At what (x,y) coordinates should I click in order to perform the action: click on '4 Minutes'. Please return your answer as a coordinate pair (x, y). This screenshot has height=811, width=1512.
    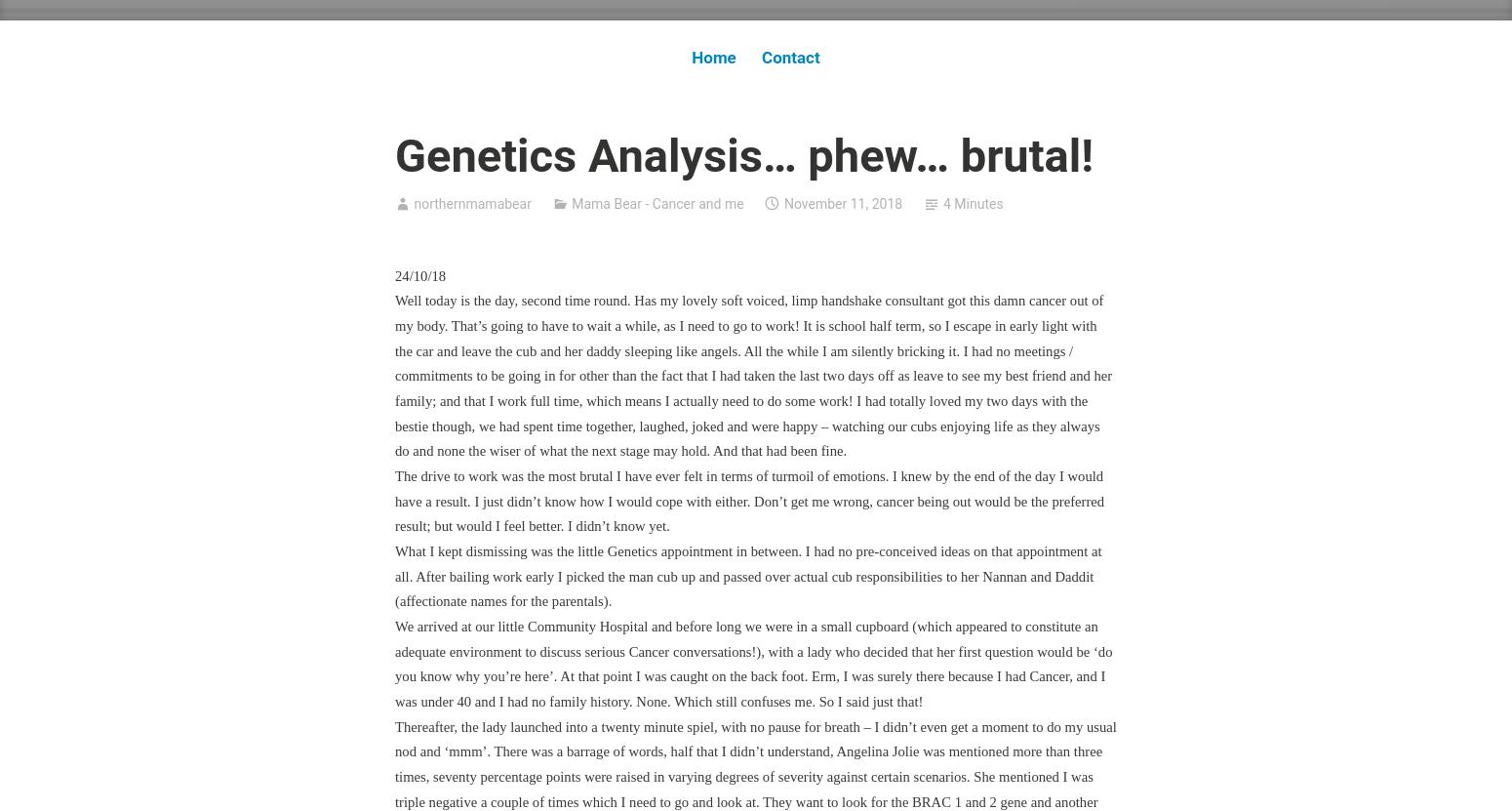
    Looking at the image, I should click on (972, 203).